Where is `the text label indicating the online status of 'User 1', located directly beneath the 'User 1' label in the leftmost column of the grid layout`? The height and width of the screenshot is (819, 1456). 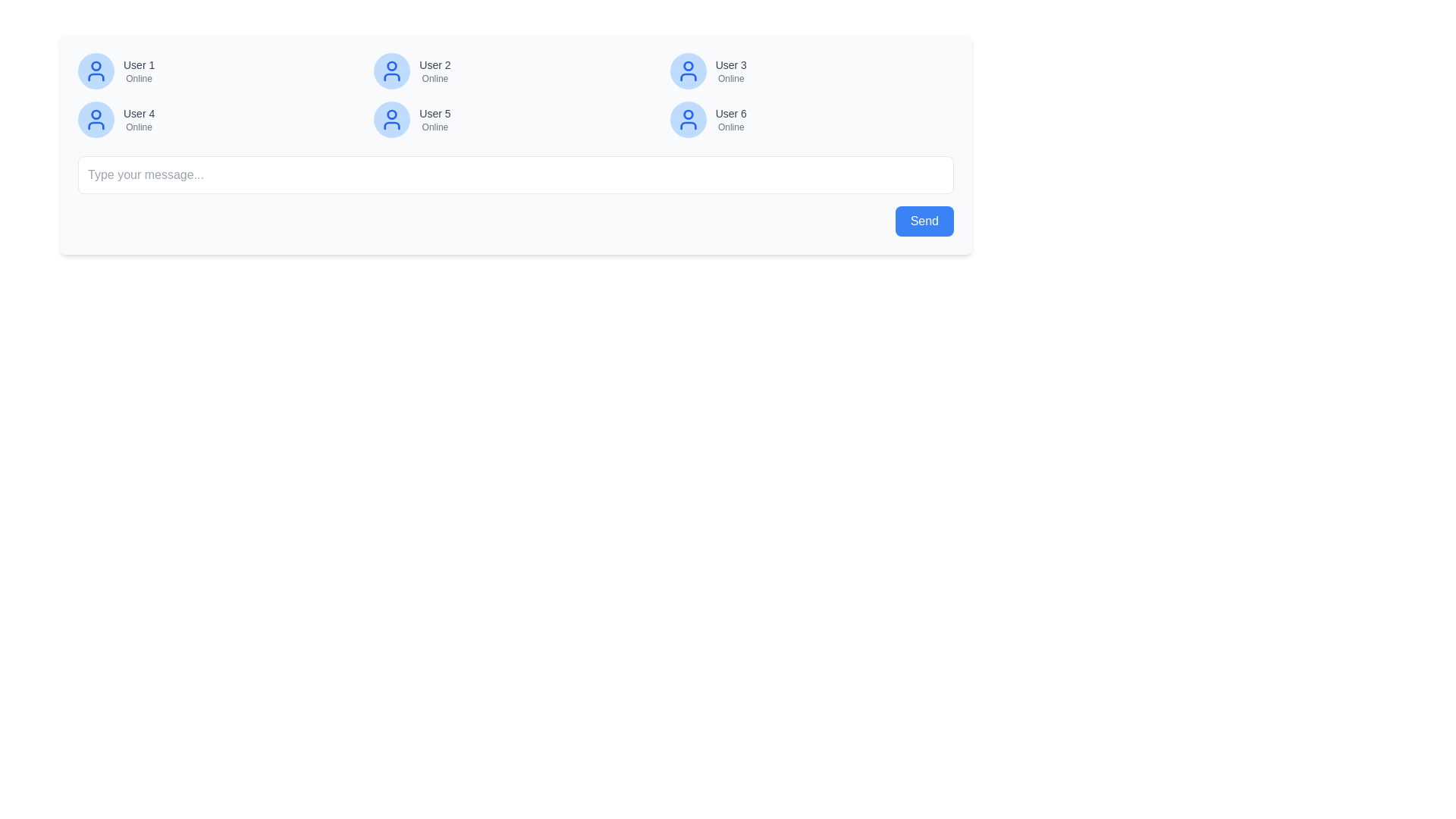 the text label indicating the online status of 'User 1', located directly beneath the 'User 1' label in the leftmost column of the grid layout is located at coordinates (139, 79).